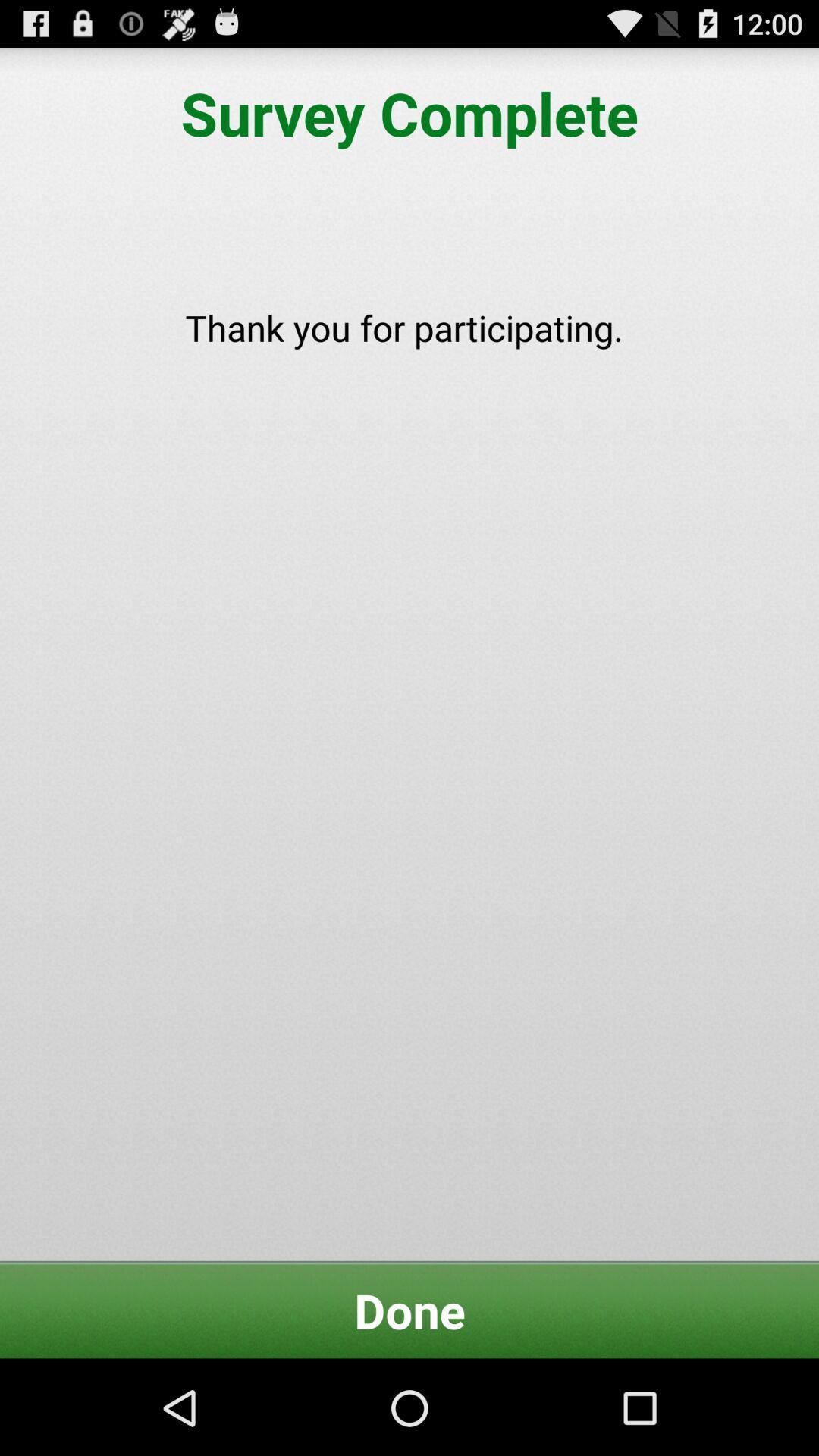  Describe the element at coordinates (409, 1310) in the screenshot. I see `done at the bottom` at that location.